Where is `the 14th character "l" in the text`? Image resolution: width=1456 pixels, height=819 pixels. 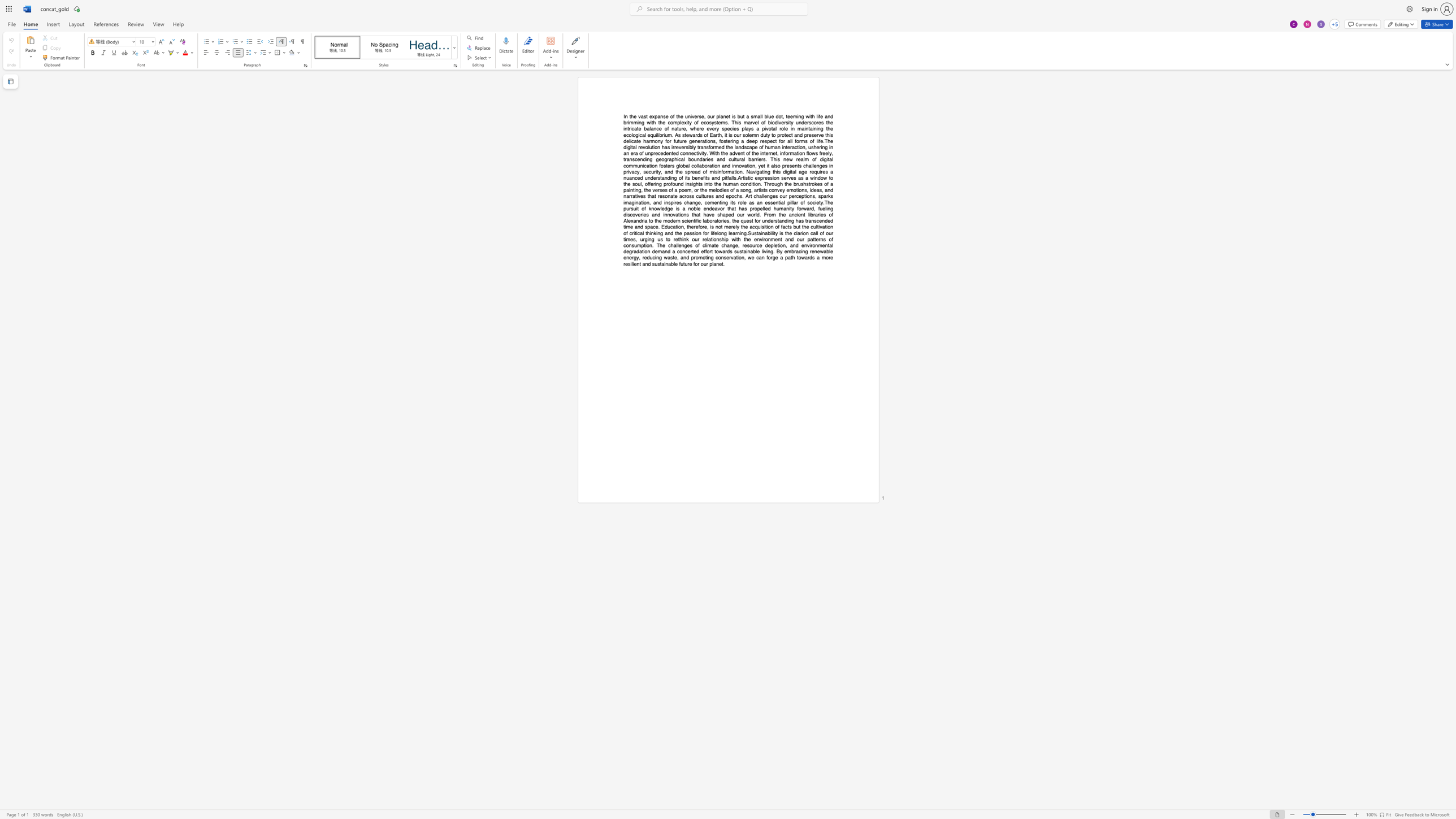 the 14th character "l" in the text is located at coordinates (674, 263).